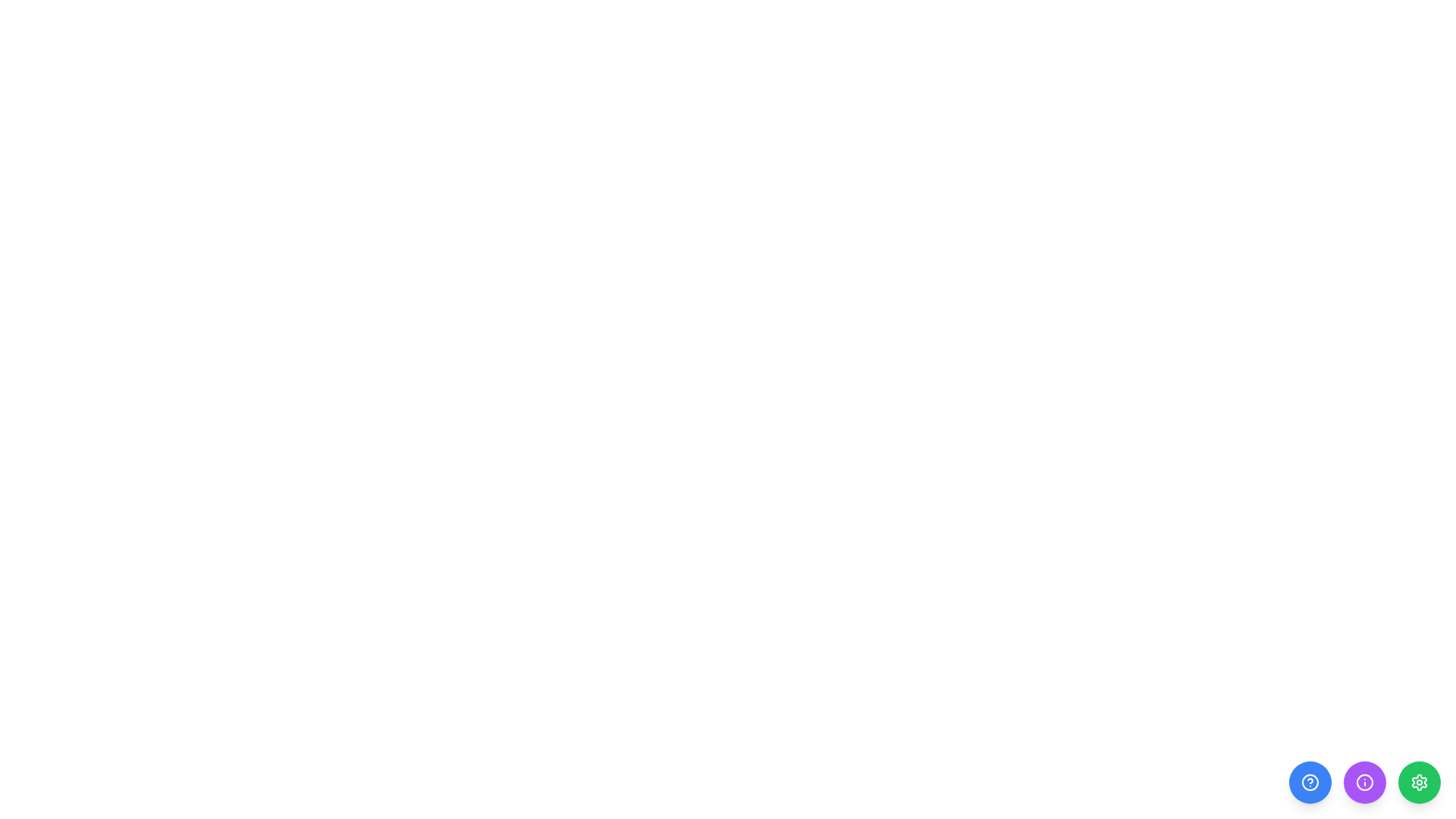 The image size is (1456, 819). Describe the element at coordinates (1365, 783) in the screenshot. I see `the purple circular button that contains the circular icon located at the bottom-right corner of the interface` at that location.